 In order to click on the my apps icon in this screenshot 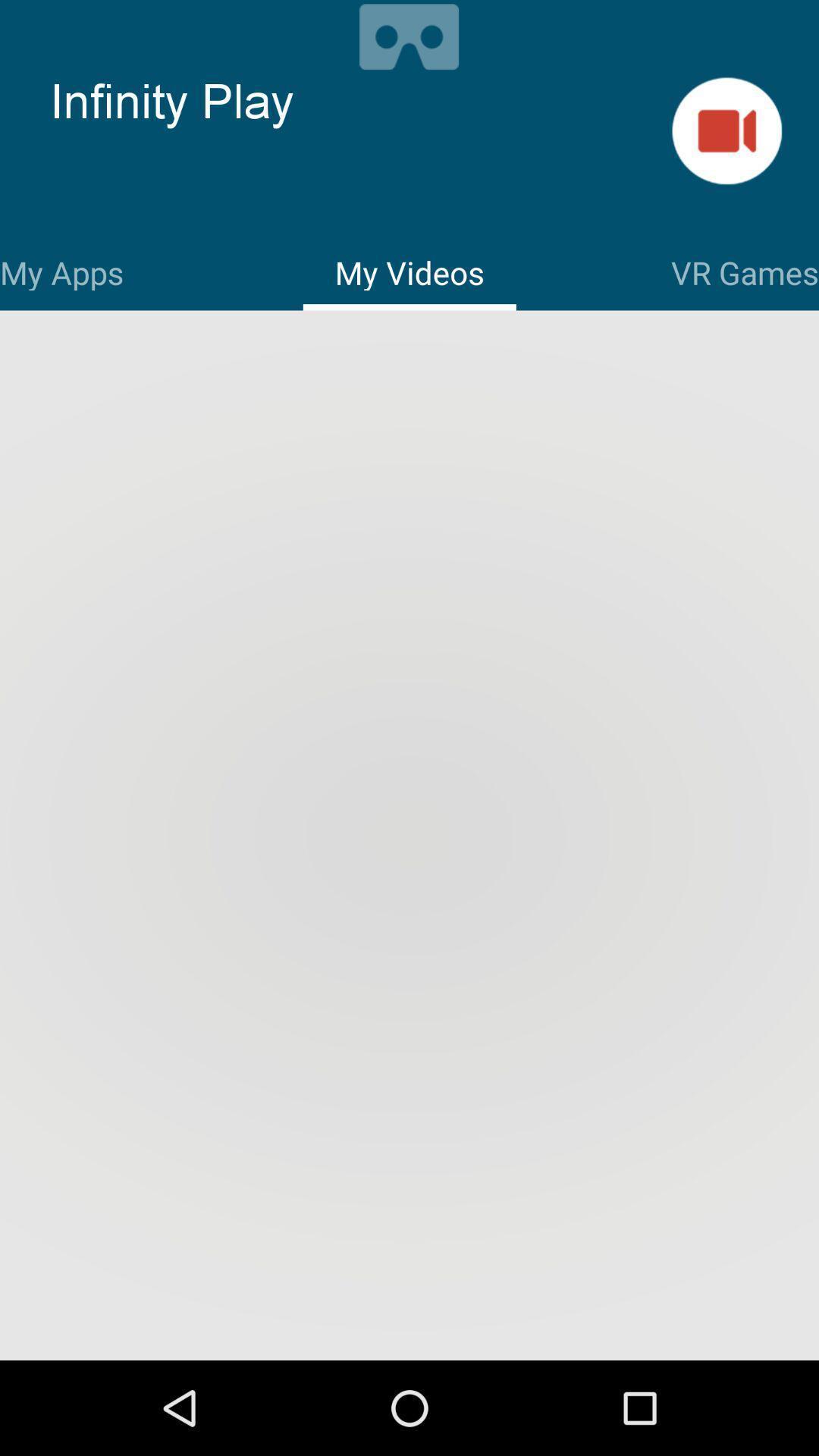, I will do `click(61, 270)`.